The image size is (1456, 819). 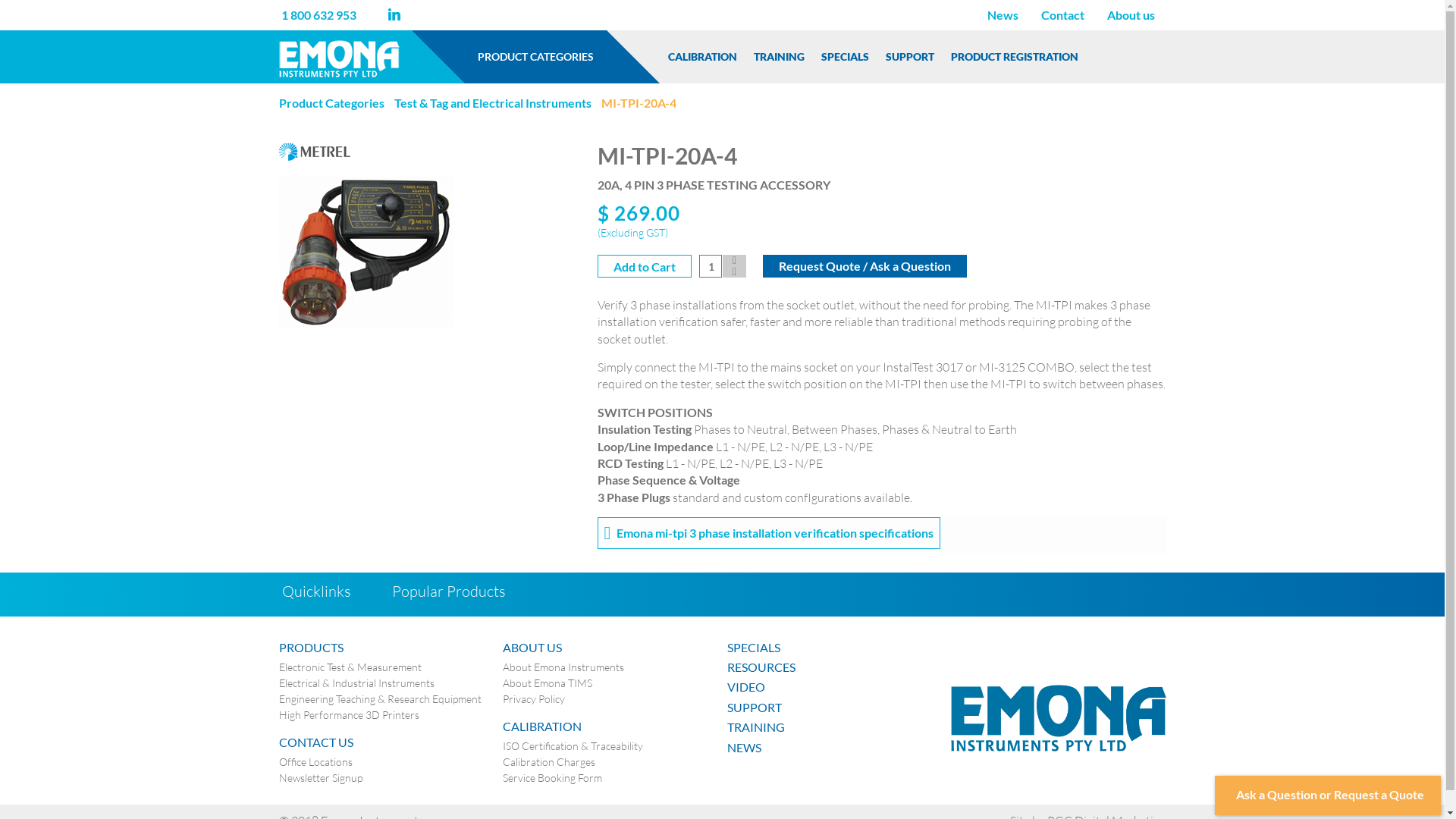 I want to click on 'SUPPORT', so click(x=910, y=55).